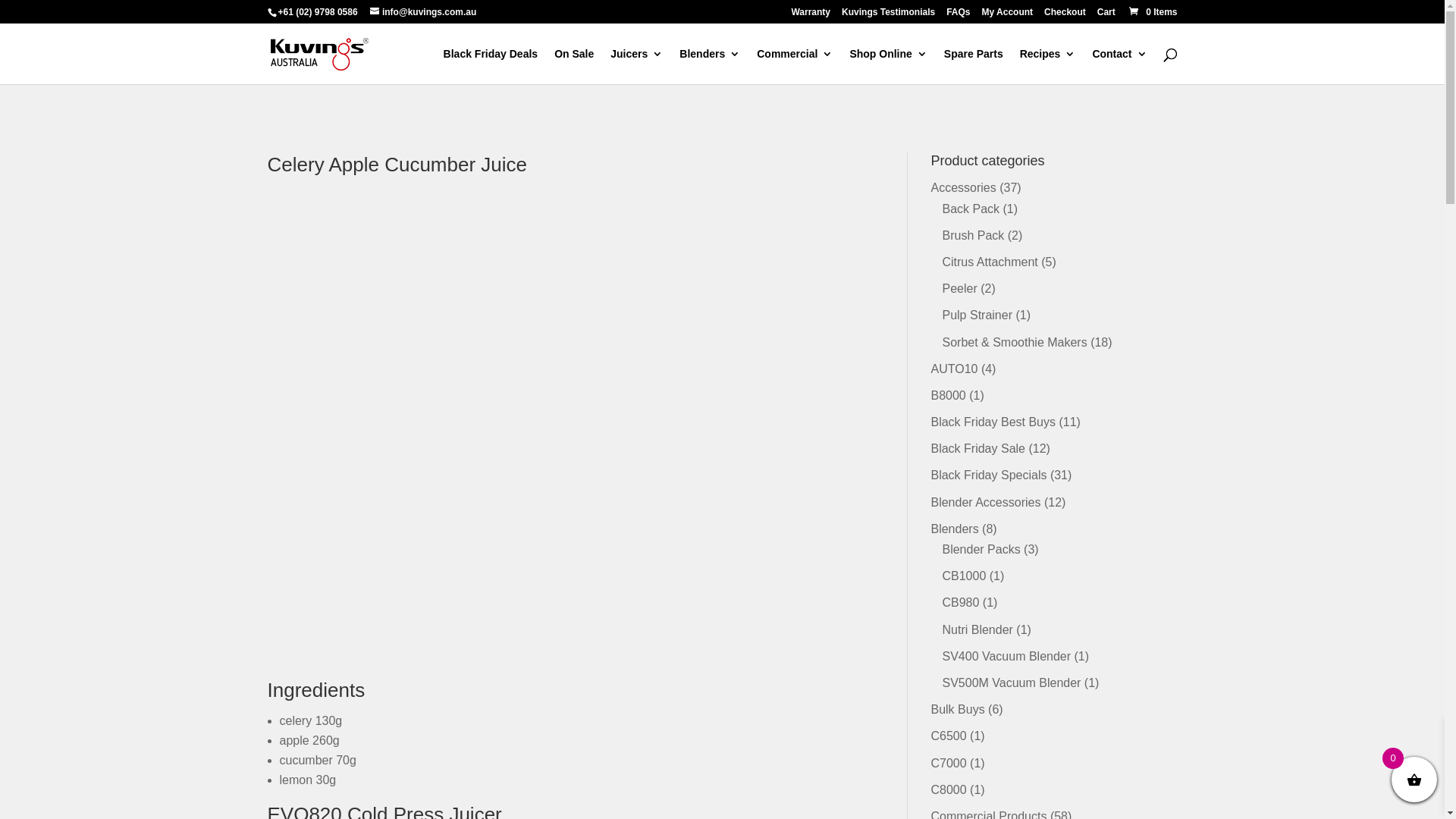 Image resolution: width=1456 pixels, height=819 pixels. Describe the element at coordinates (1106, 15) in the screenshot. I see `'Cart'` at that location.